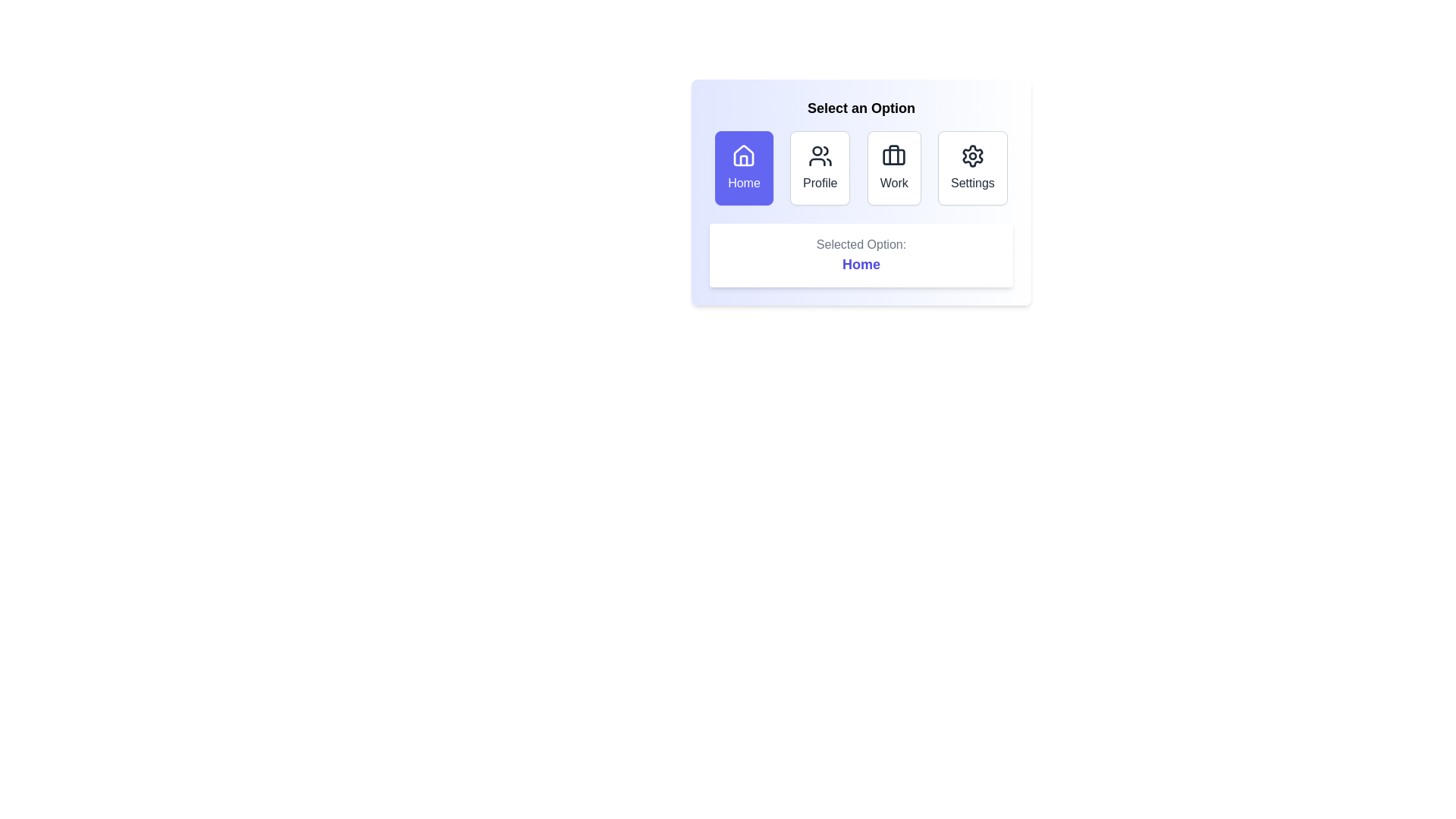 This screenshot has width=1456, height=819. Describe the element at coordinates (894, 168) in the screenshot. I see `the Work button to select it` at that location.